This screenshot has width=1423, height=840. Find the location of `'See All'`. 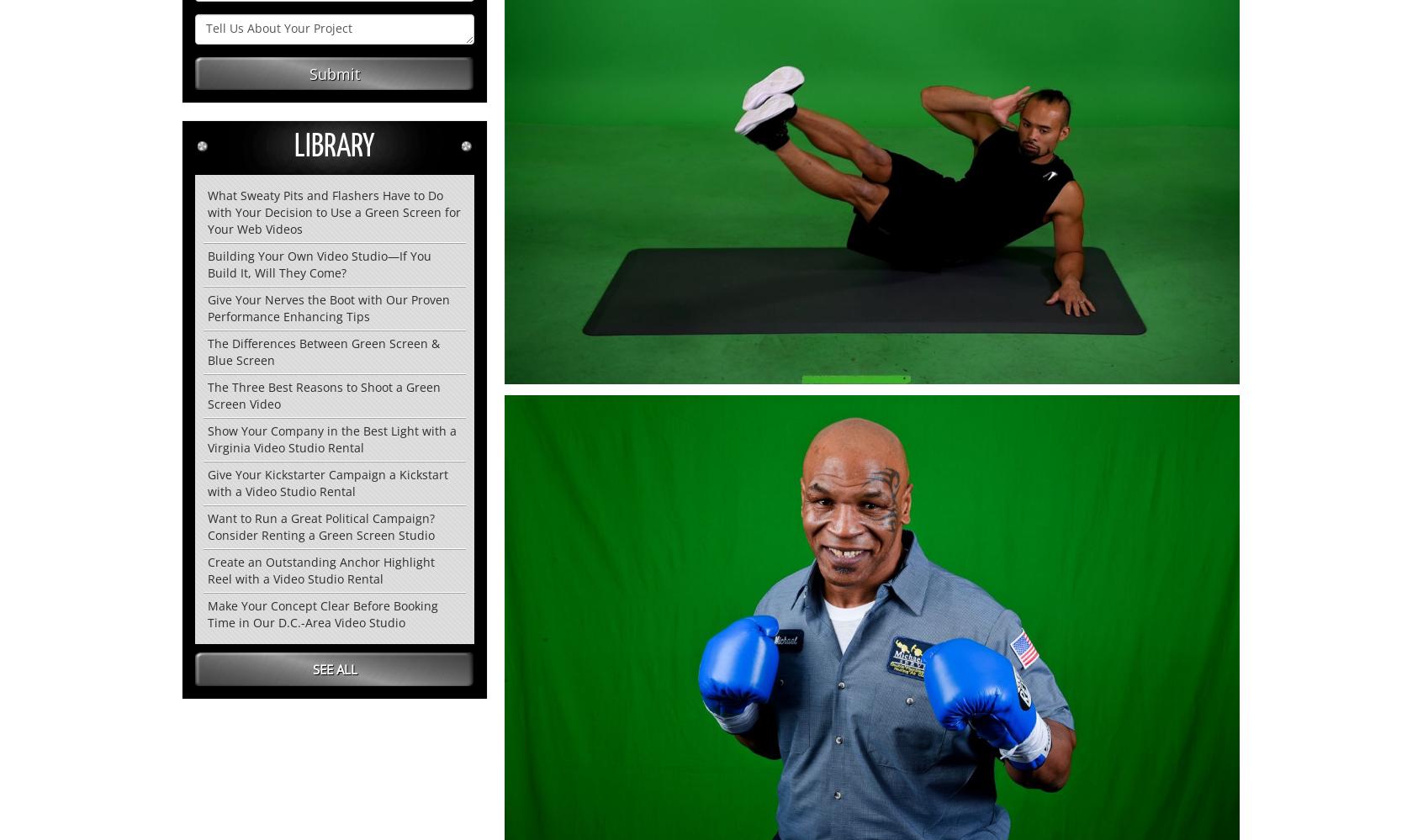

'See All' is located at coordinates (334, 668).